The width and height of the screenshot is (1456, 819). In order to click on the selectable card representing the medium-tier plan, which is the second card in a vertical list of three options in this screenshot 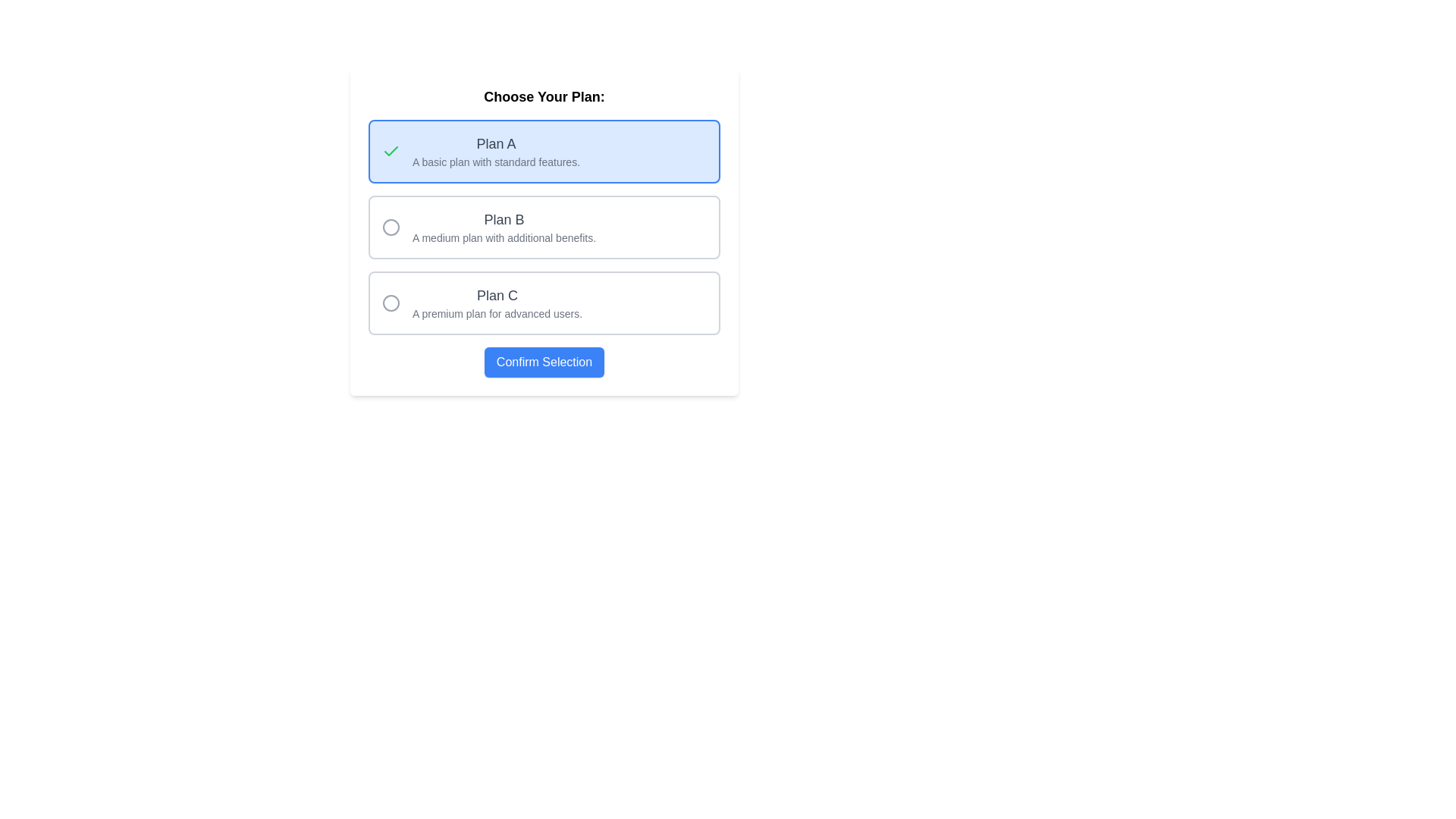, I will do `click(544, 227)`.